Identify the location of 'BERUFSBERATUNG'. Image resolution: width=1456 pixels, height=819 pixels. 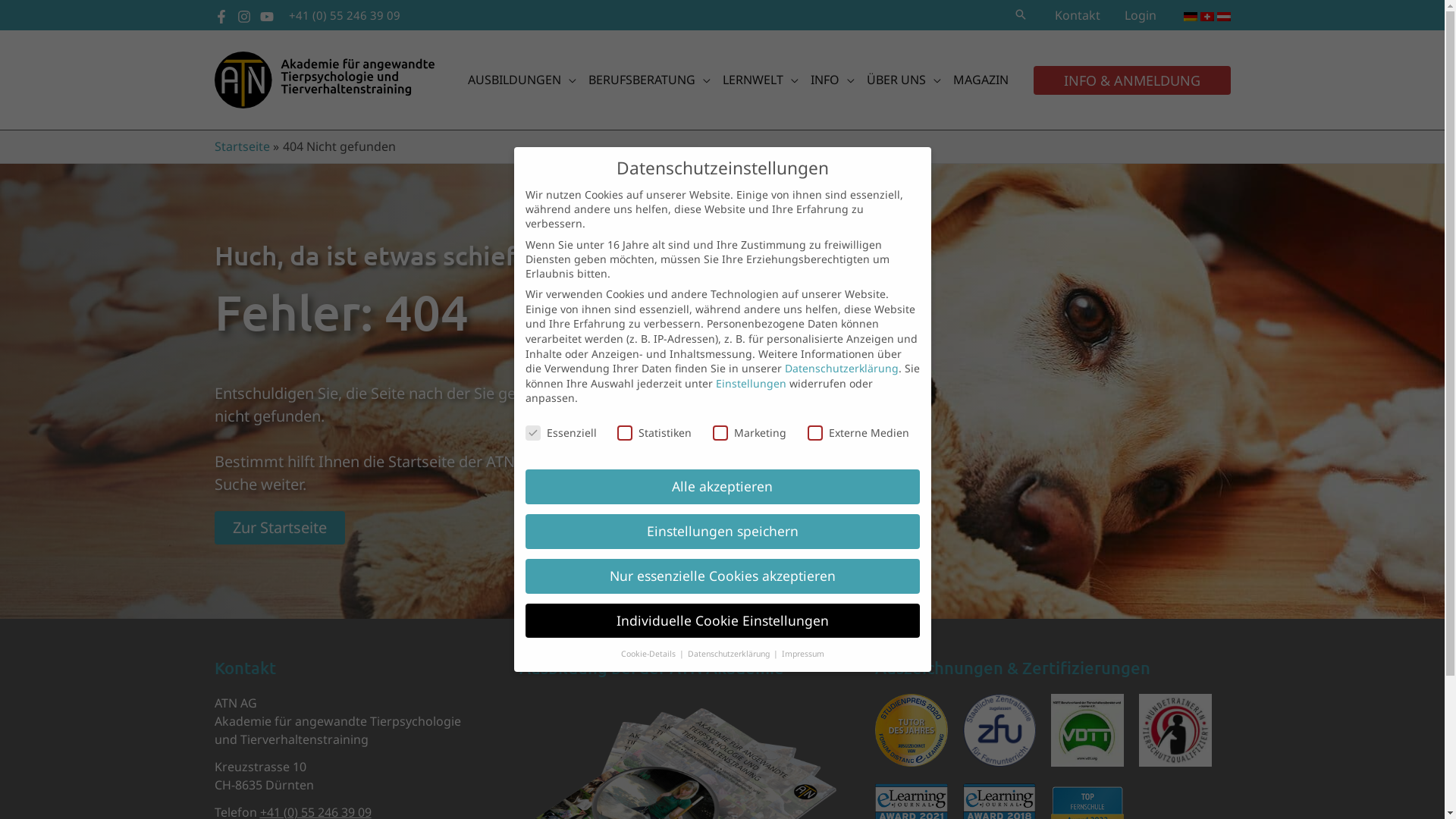
(582, 80).